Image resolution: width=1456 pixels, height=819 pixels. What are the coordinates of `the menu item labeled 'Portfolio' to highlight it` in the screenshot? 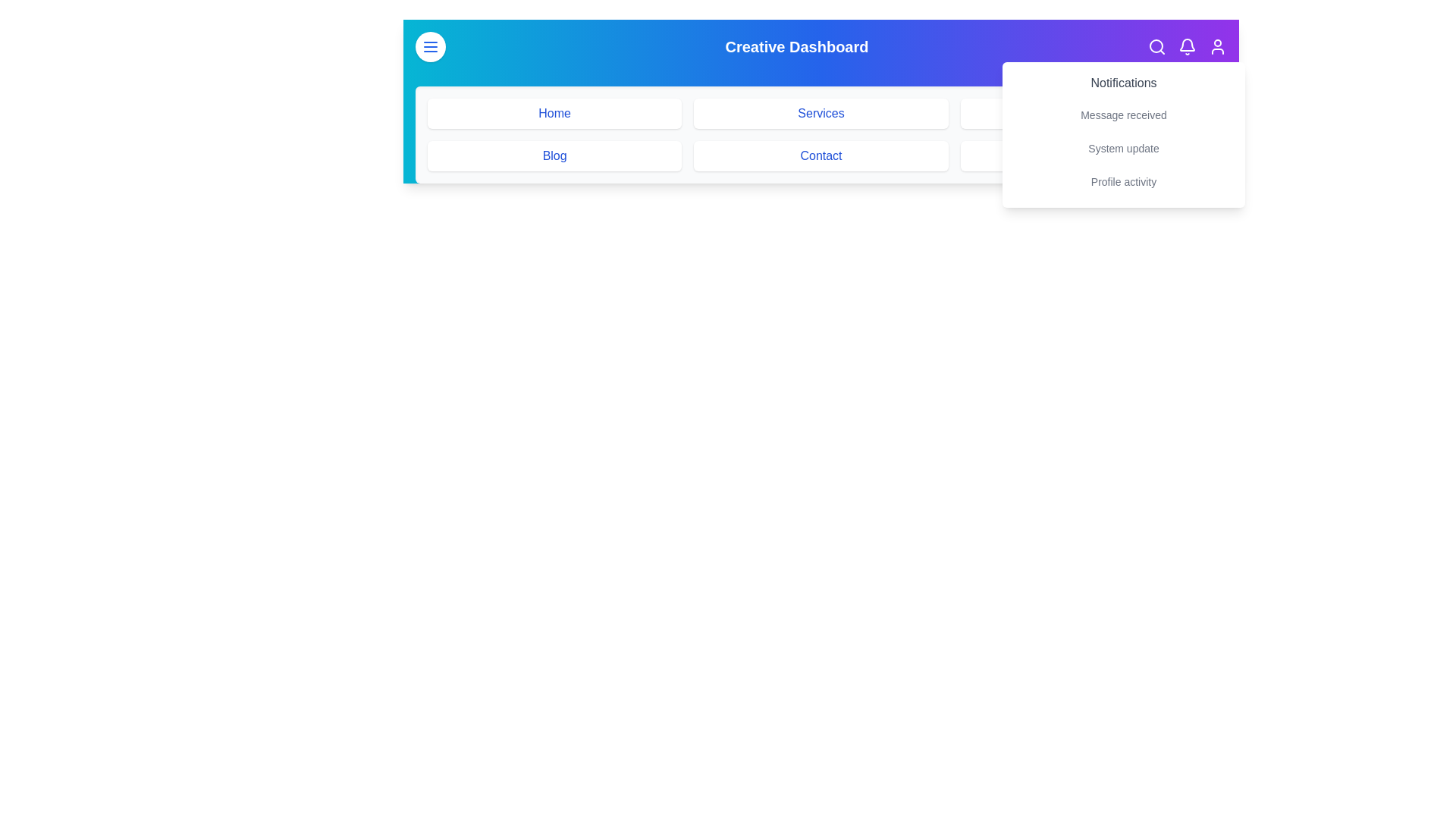 It's located at (1087, 113).